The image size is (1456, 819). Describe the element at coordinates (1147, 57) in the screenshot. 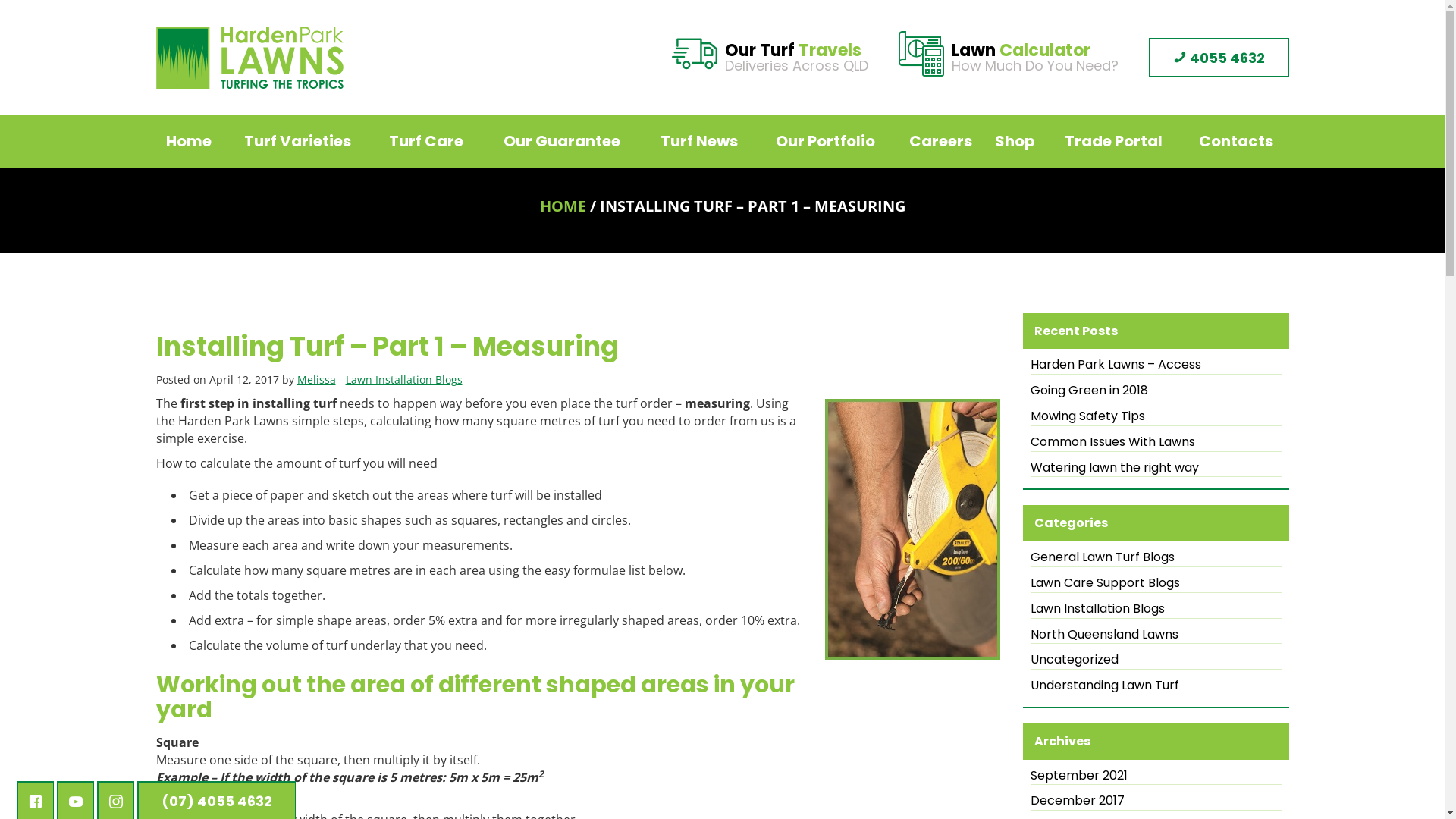

I see `'4055 4632'` at that location.